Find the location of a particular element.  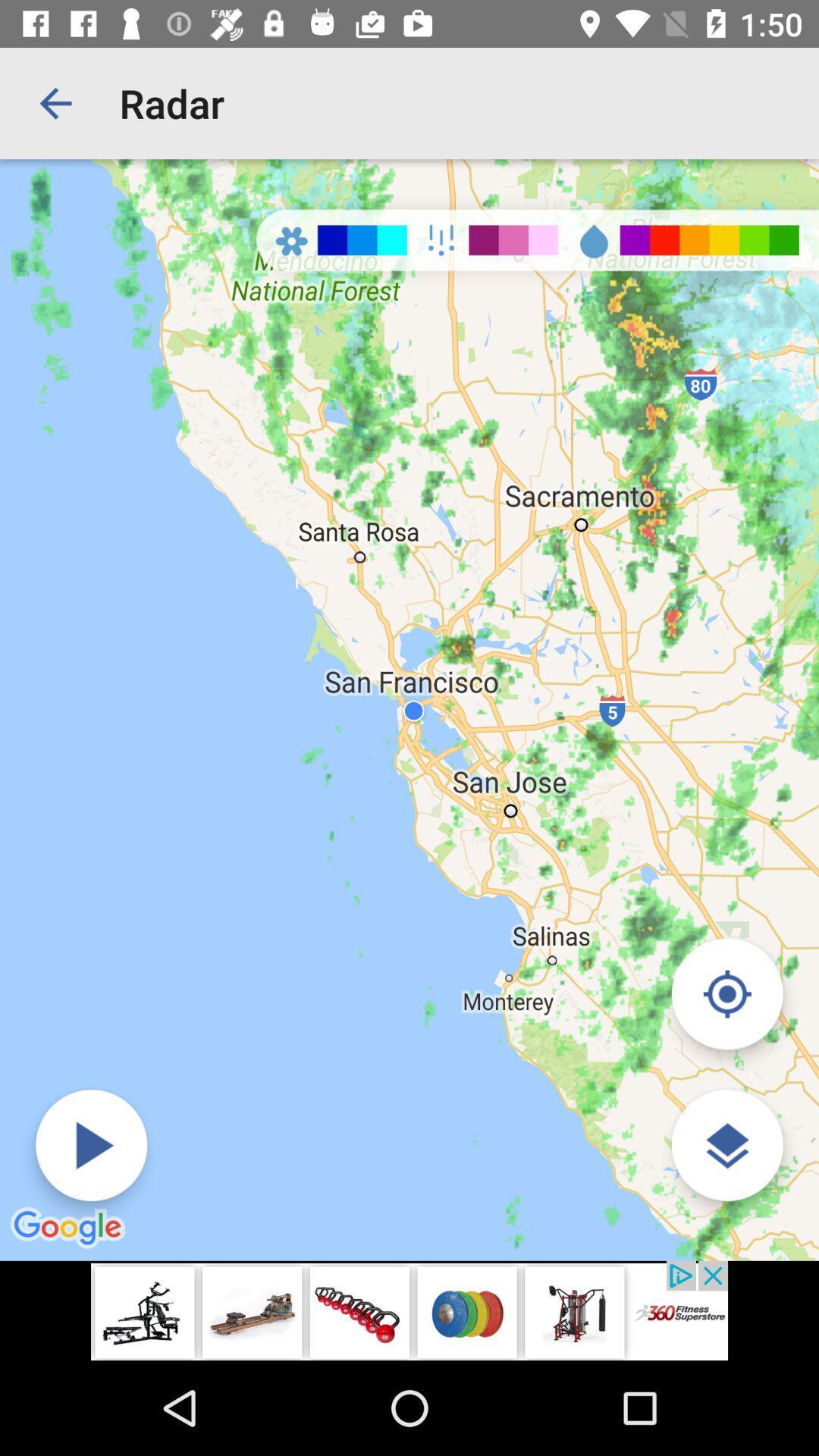

go forward is located at coordinates (91, 1145).